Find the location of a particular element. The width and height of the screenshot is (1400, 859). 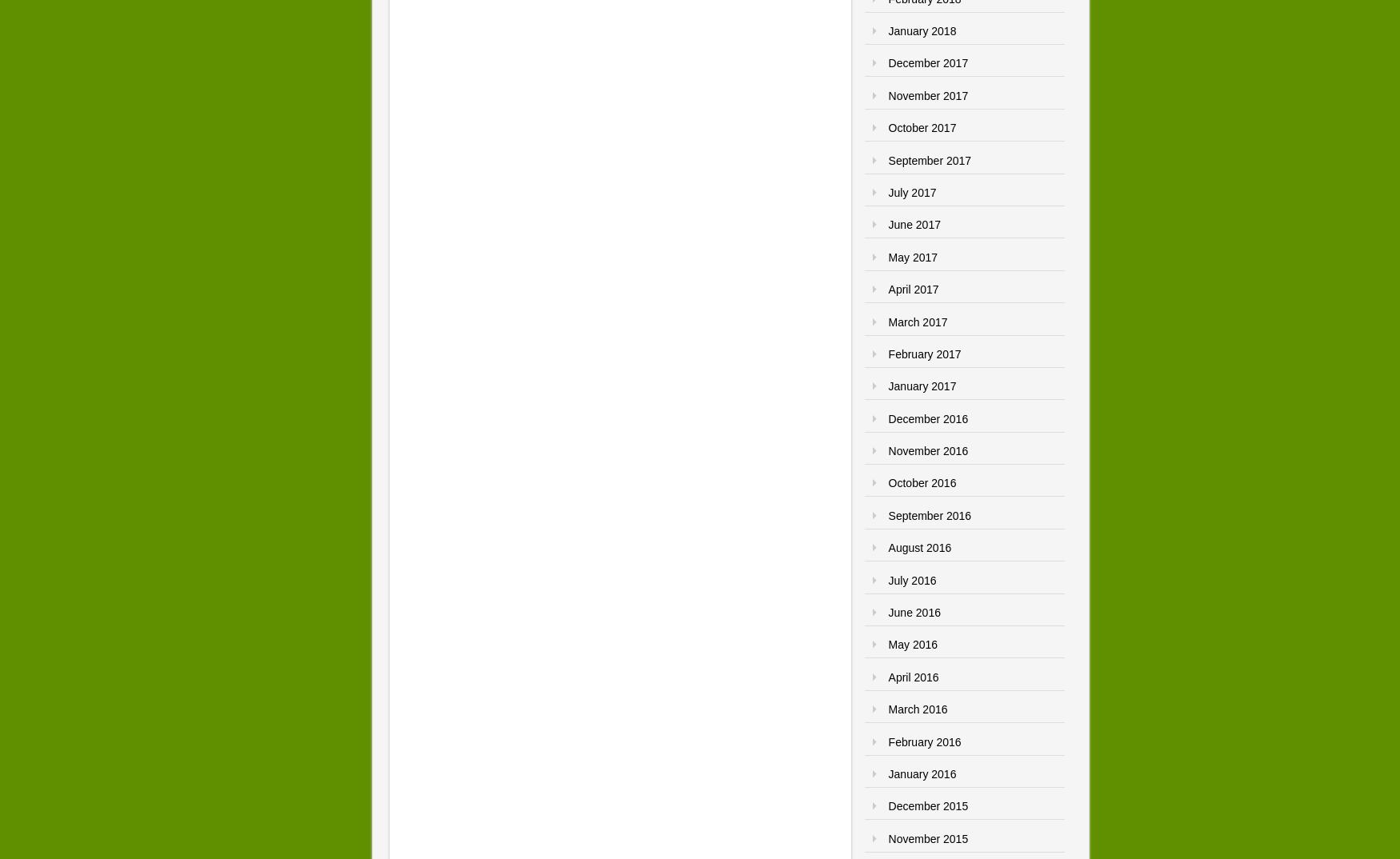

'December 2015' is located at coordinates (927, 805).